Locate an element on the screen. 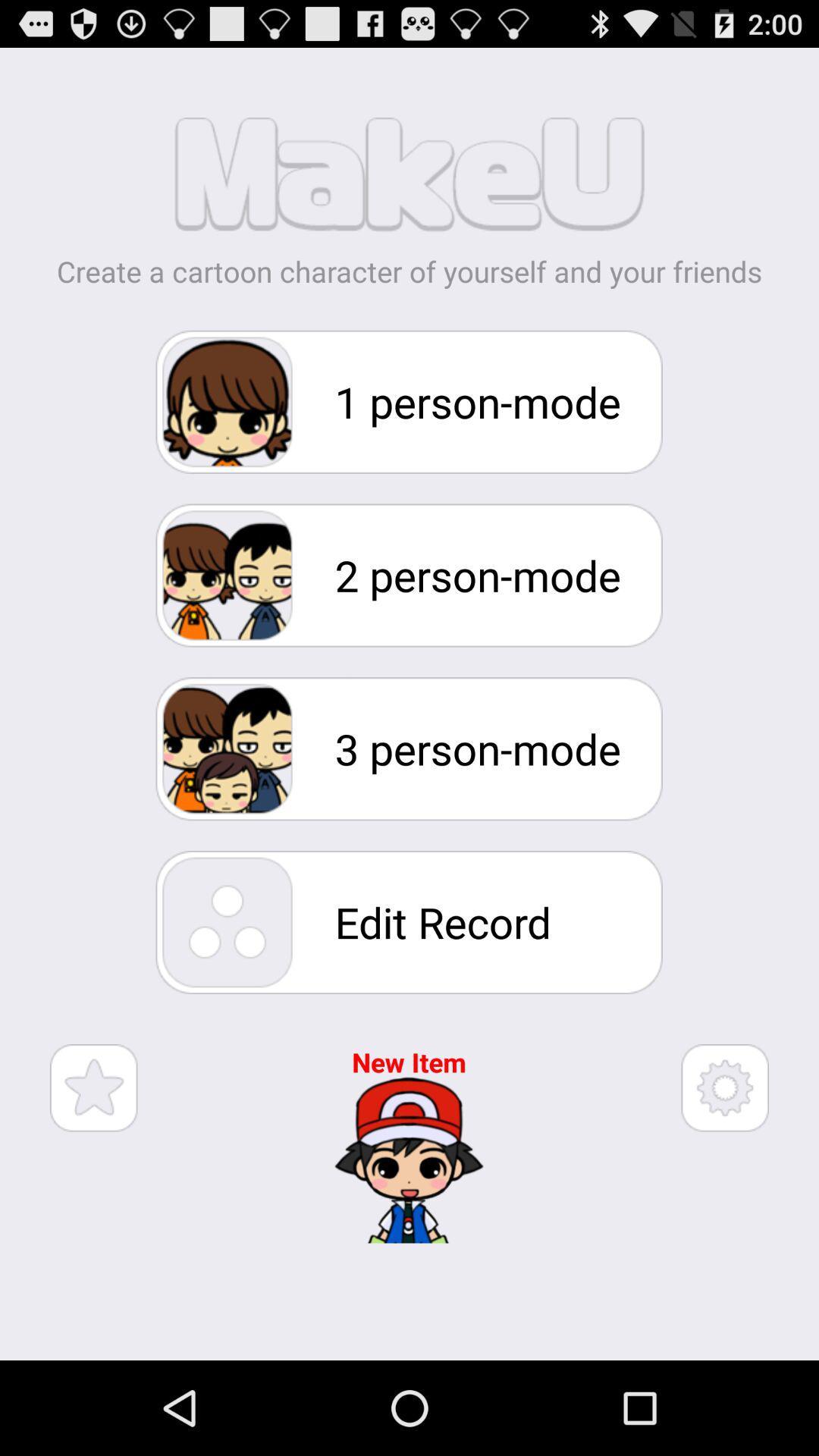 Image resolution: width=819 pixels, height=1456 pixels. settings is located at coordinates (724, 1087).